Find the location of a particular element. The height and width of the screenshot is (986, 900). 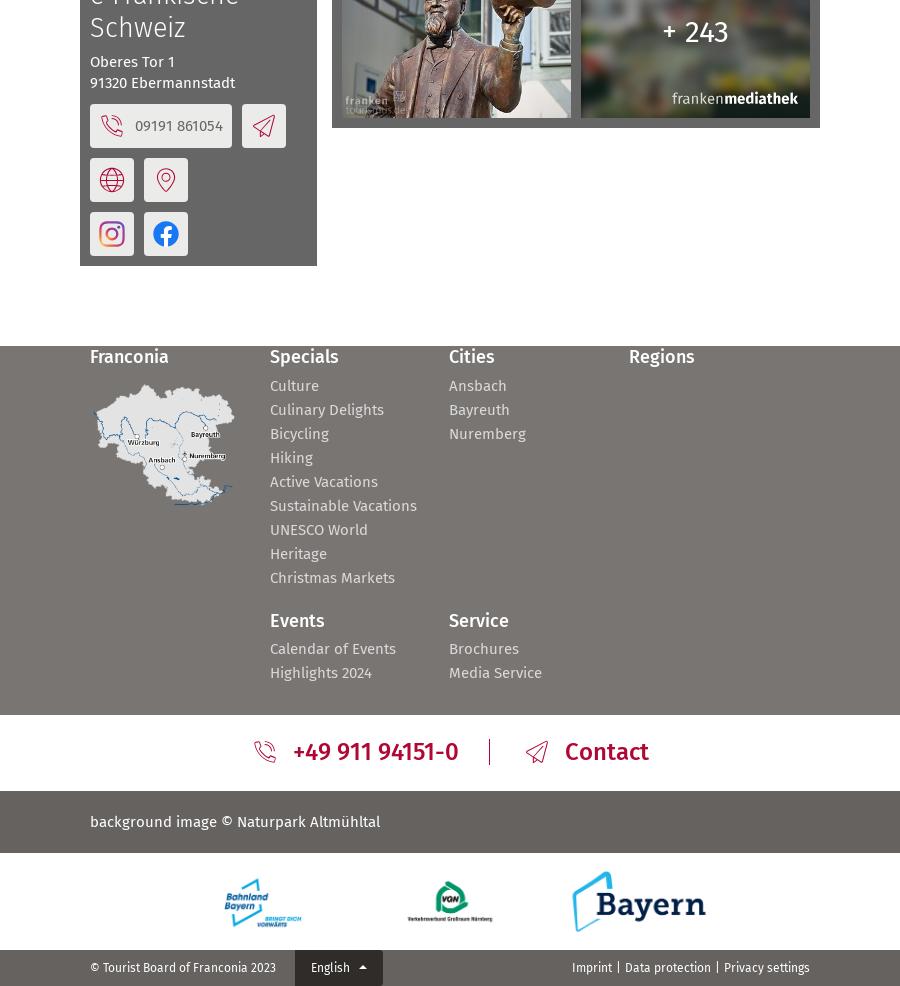

'Data protection' is located at coordinates (667, 966).